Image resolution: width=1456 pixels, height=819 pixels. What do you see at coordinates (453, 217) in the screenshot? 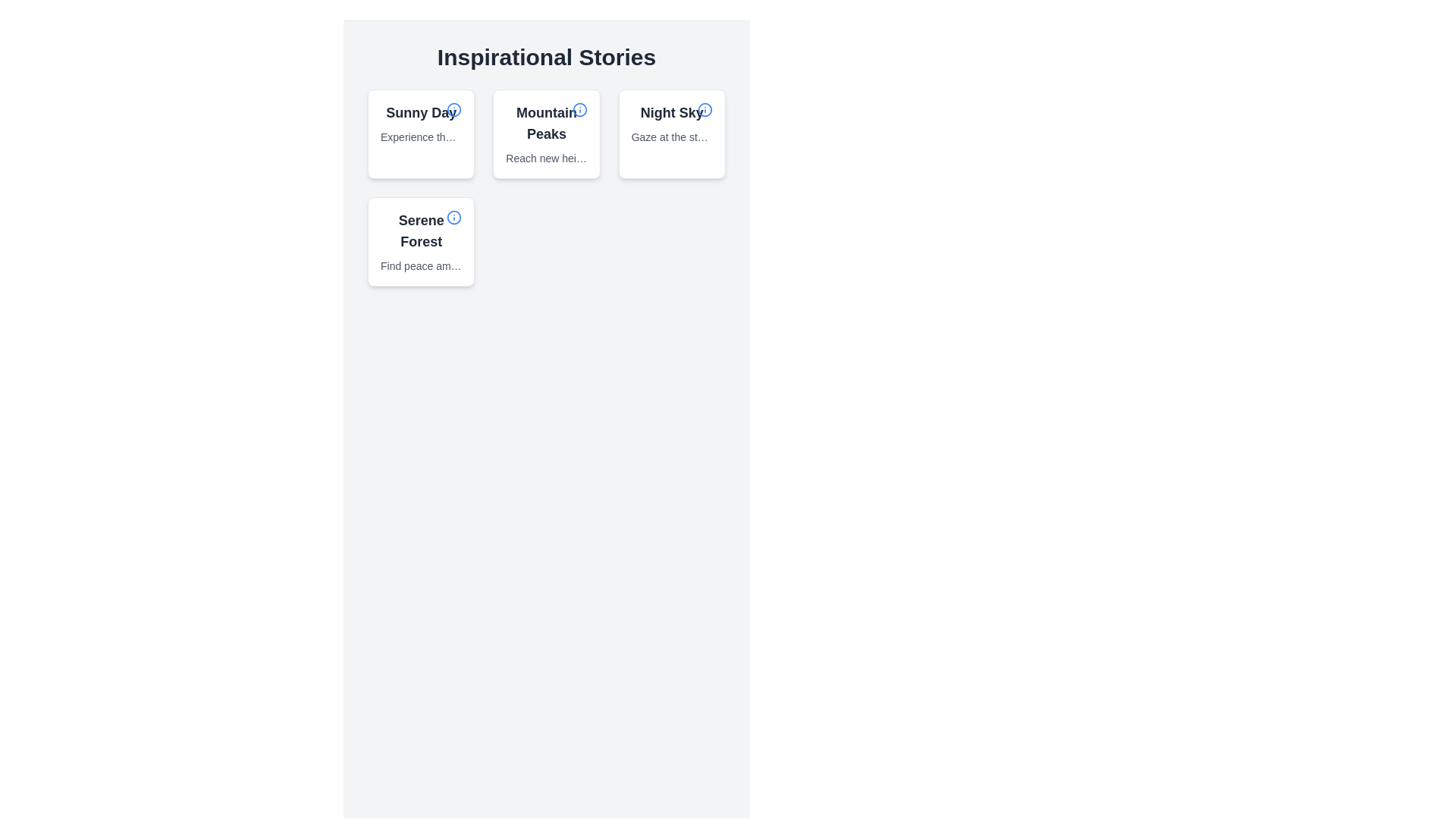
I see `the information icon located at the top-right corner of the 'Serene Forest' card` at bounding box center [453, 217].